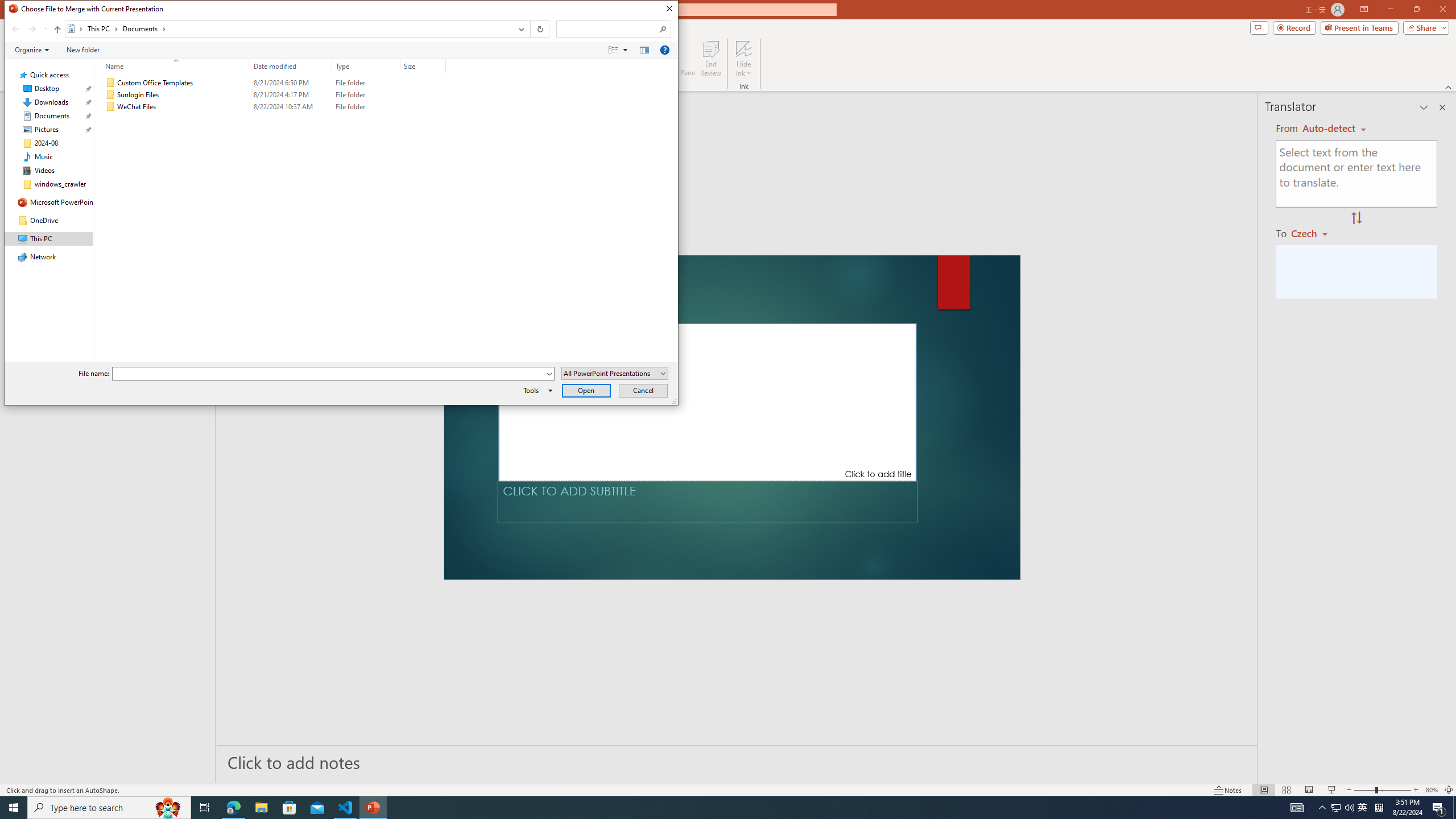  What do you see at coordinates (744, 48) in the screenshot?
I see `'Hide Ink'` at bounding box center [744, 48].